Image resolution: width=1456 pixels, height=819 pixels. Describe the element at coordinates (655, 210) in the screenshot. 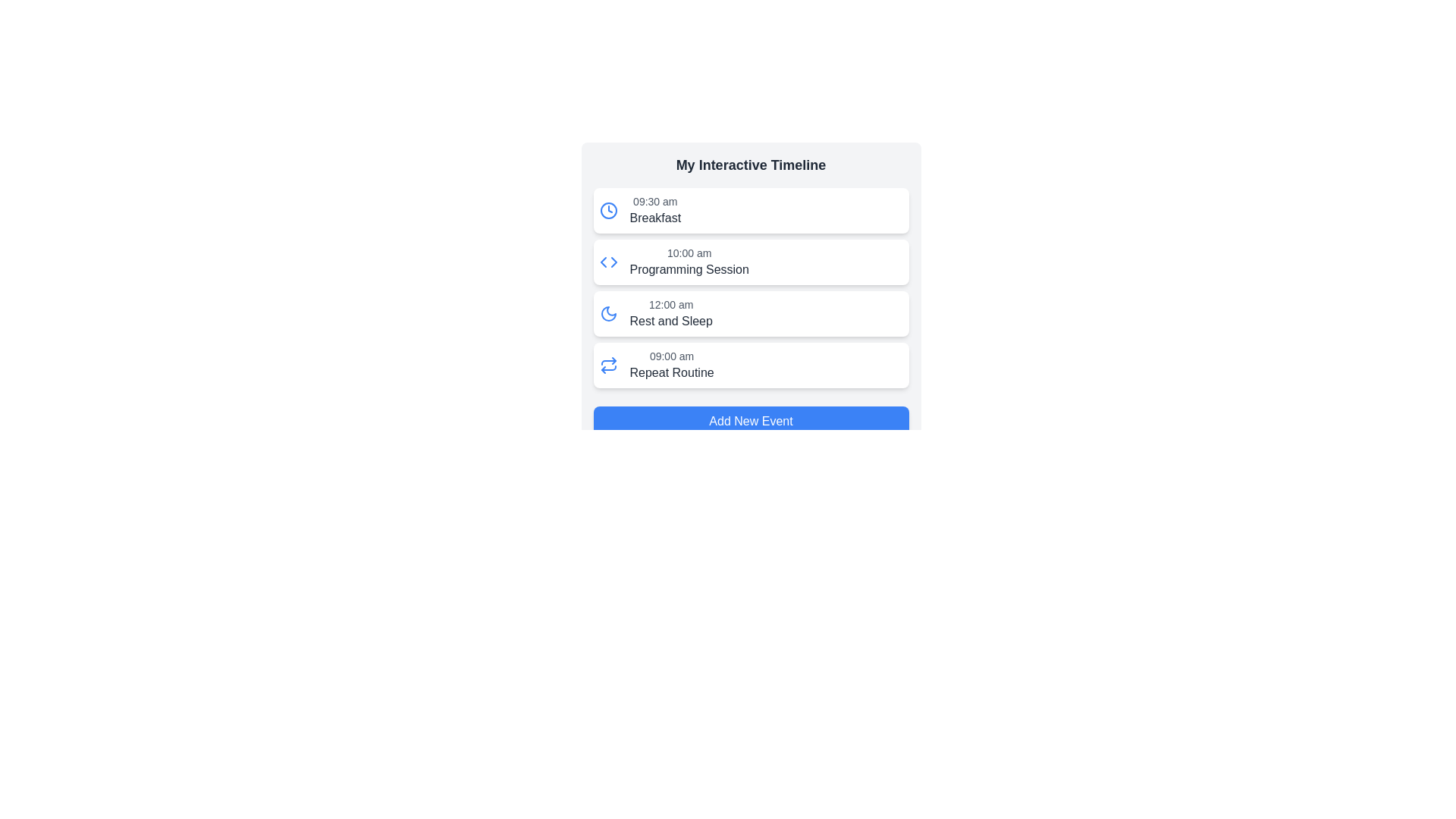

I see `time '09:30 am' and activity 'Breakfast' displayed in the first entry of 'My Interactive Timeline'` at that location.